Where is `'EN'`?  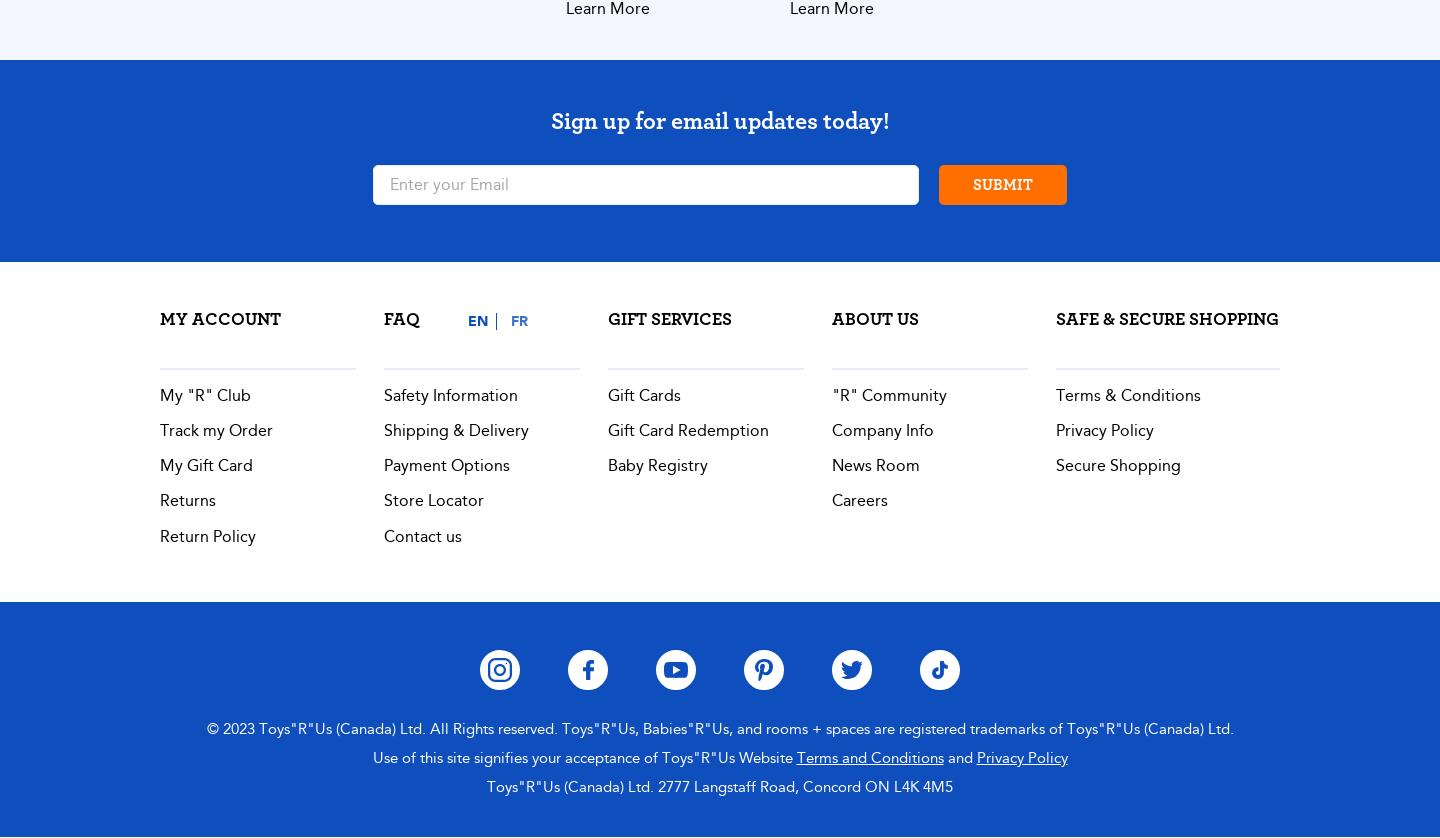 'EN' is located at coordinates (477, 319).